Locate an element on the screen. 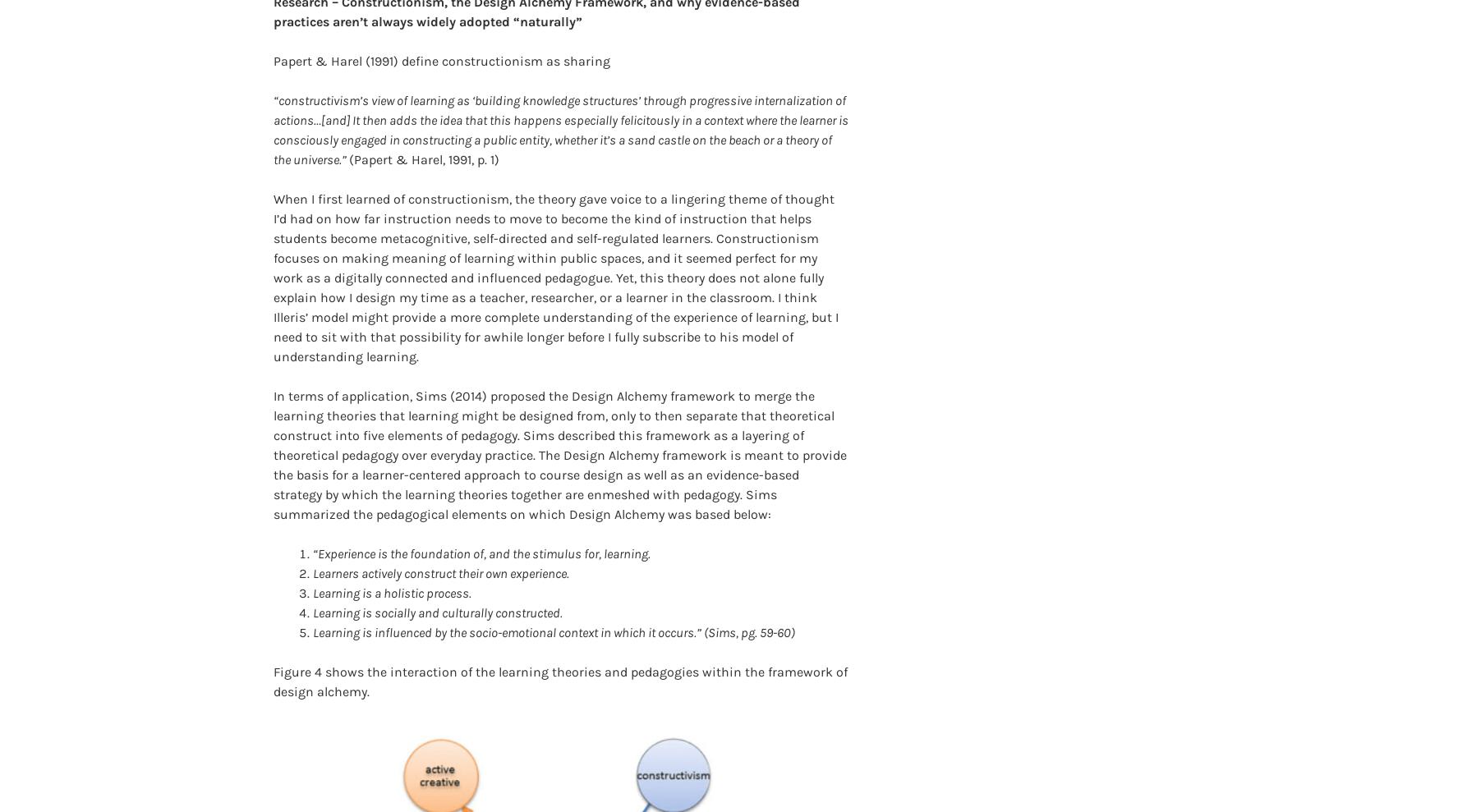 This screenshot has width=1467, height=812. 'In terms of application, Sims (2014) proposed the Design Alchemy framework to merge the learning theories that learning might be designed from, only to then separate that theoretical construct into five elements of pedagogy. Sims described this framework as a layering of theoretical pedagogy over everyday practice. The Design Alchemy framework is meant to provide the basis for a learner-centered approach to course design as well as an evidence-based strategy by which the learning theories together are enmeshed with pedagogy. Sims summarized the pedagogical elements on which Design Alchemy was based below:' is located at coordinates (560, 429).